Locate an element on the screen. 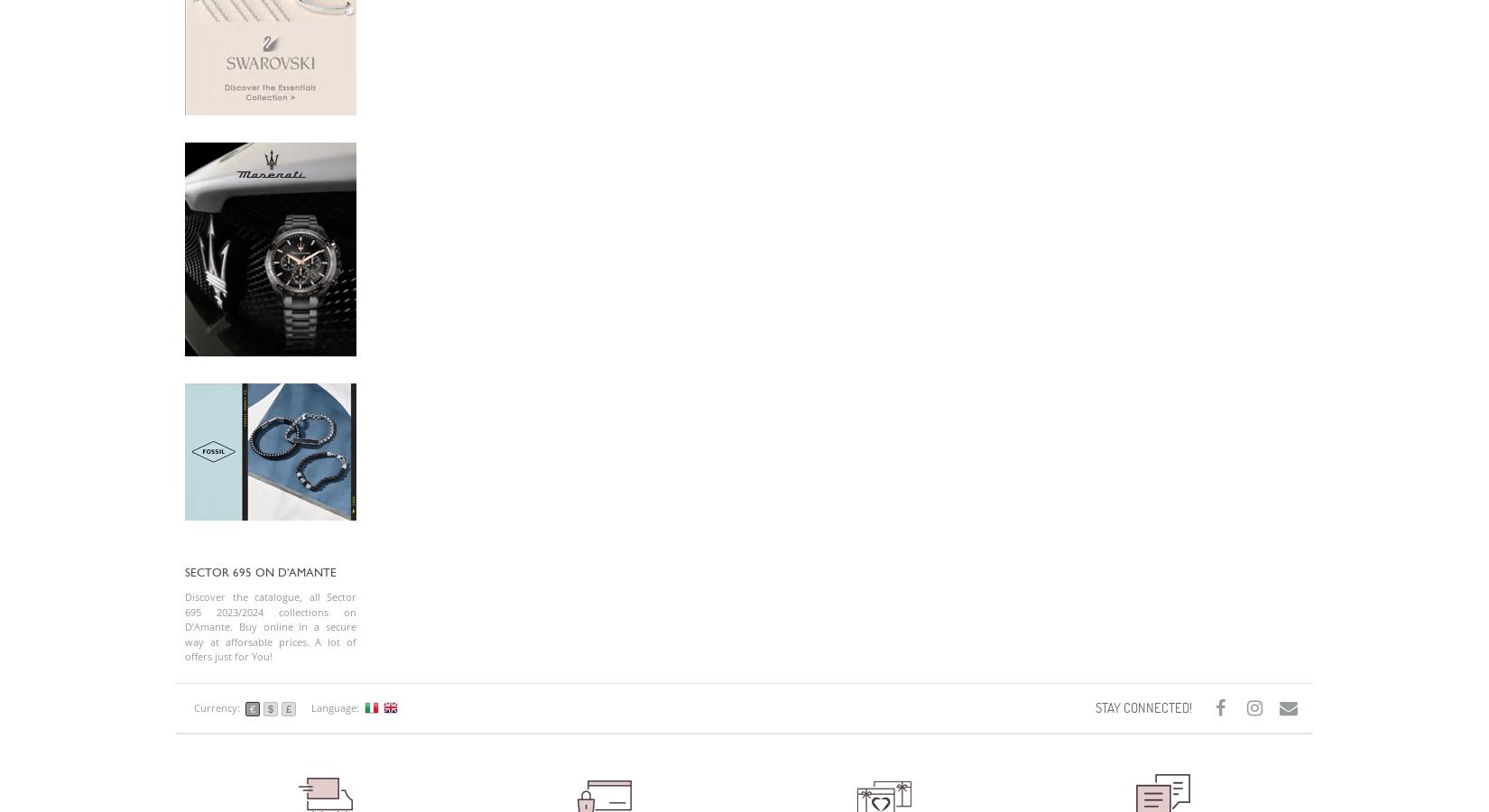  'Lucien rochat' is located at coordinates (975, 31).